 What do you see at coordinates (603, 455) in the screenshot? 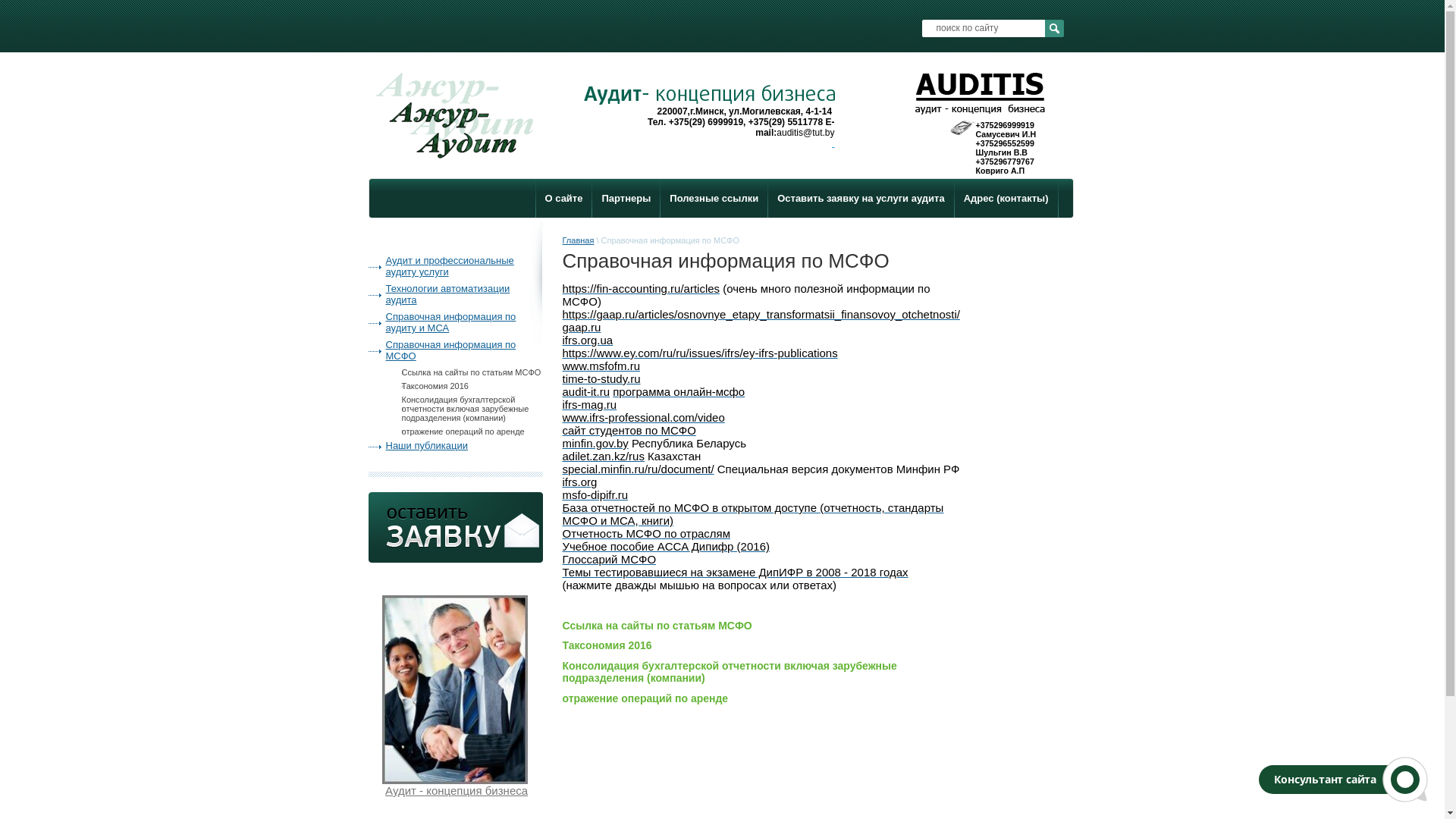
I see `'adilet.zan.kz/rus'` at bounding box center [603, 455].